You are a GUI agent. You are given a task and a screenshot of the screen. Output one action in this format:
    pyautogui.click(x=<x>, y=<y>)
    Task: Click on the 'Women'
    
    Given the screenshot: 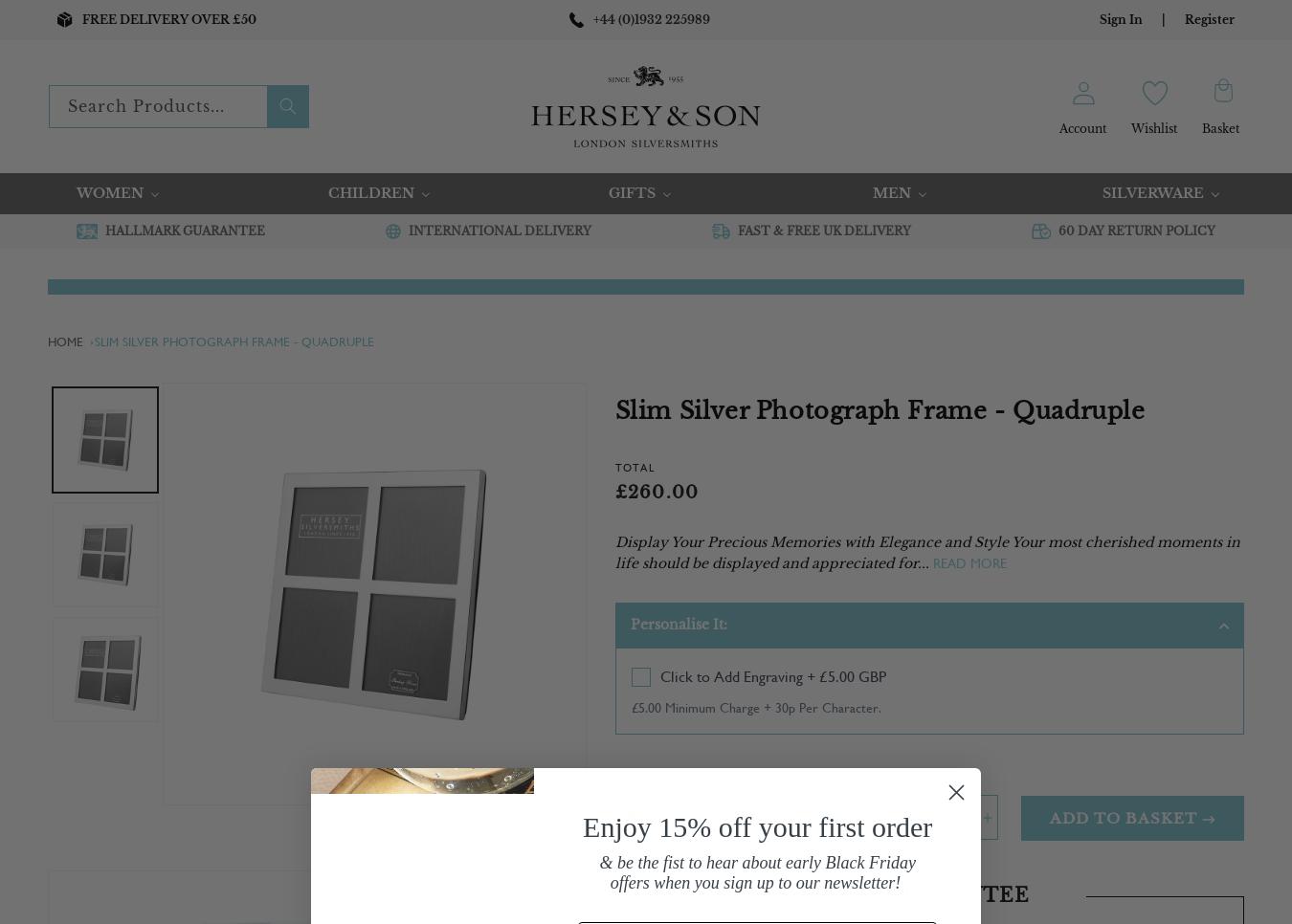 What is the action you would take?
    pyautogui.click(x=110, y=192)
    